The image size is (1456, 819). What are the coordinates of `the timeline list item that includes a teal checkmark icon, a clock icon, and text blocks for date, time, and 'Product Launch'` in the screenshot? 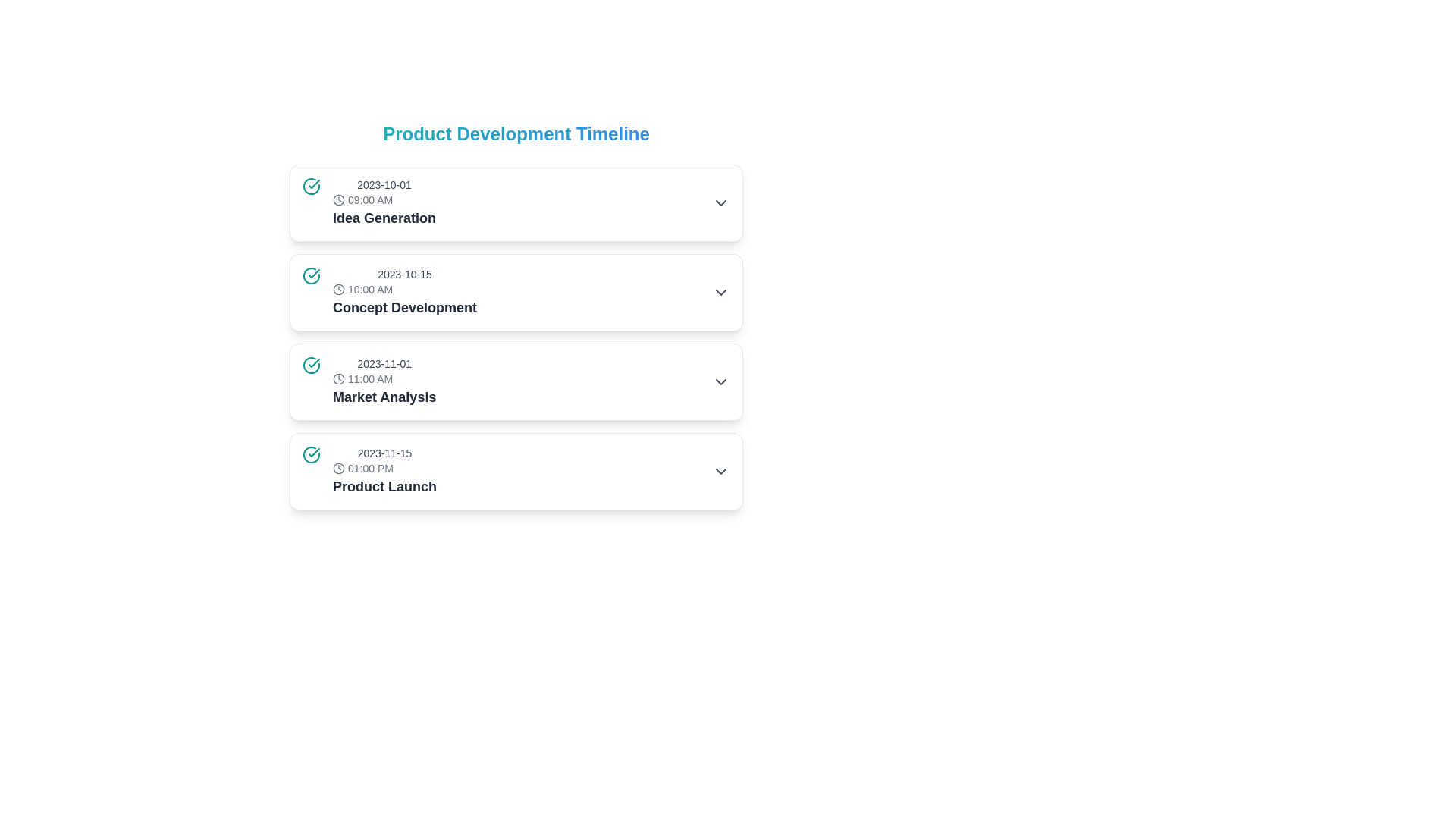 It's located at (369, 470).